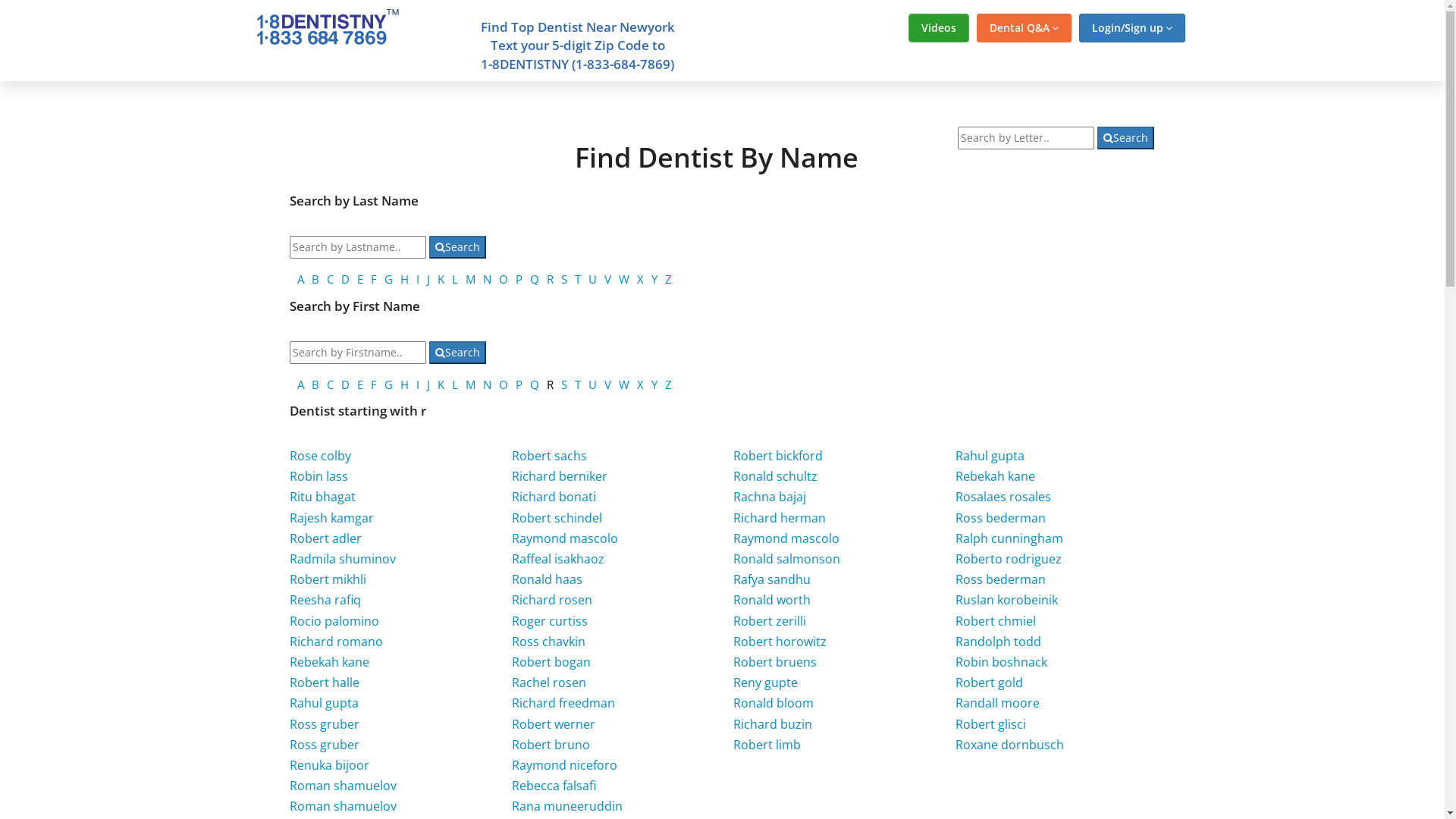  I want to click on 'Robert sachs', so click(548, 455).